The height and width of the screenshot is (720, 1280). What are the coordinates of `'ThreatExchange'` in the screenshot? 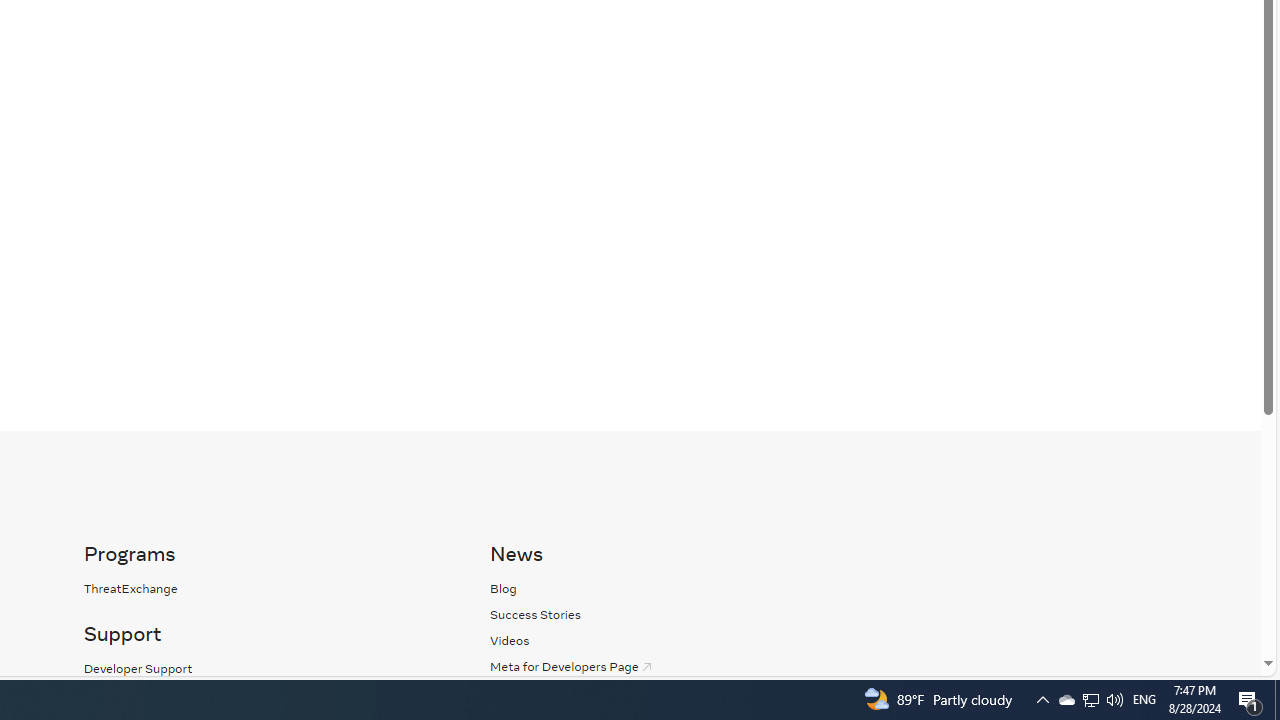 It's located at (129, 587).